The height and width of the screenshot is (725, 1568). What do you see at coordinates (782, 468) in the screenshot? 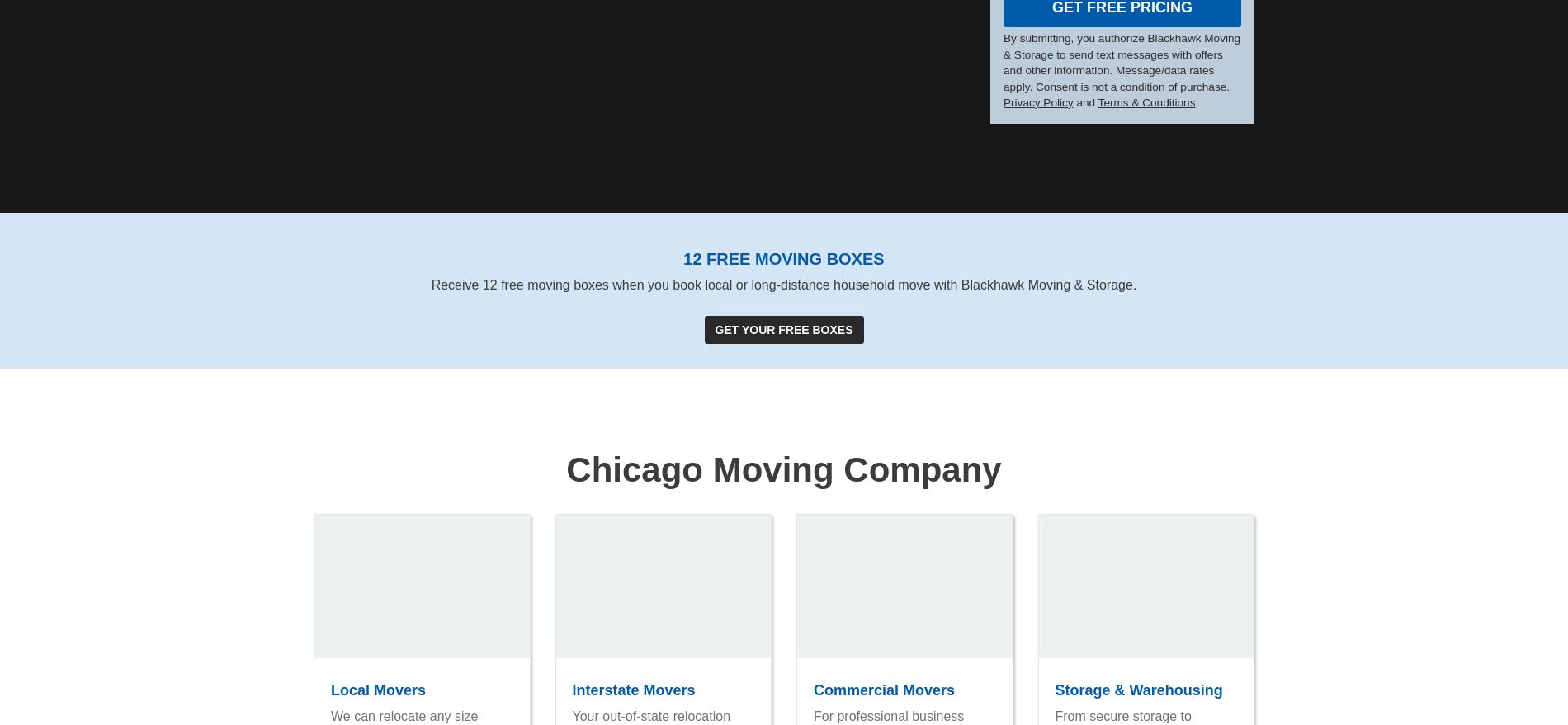
I see `'Chicago Moving Company'` at bounding box center [782, 468].